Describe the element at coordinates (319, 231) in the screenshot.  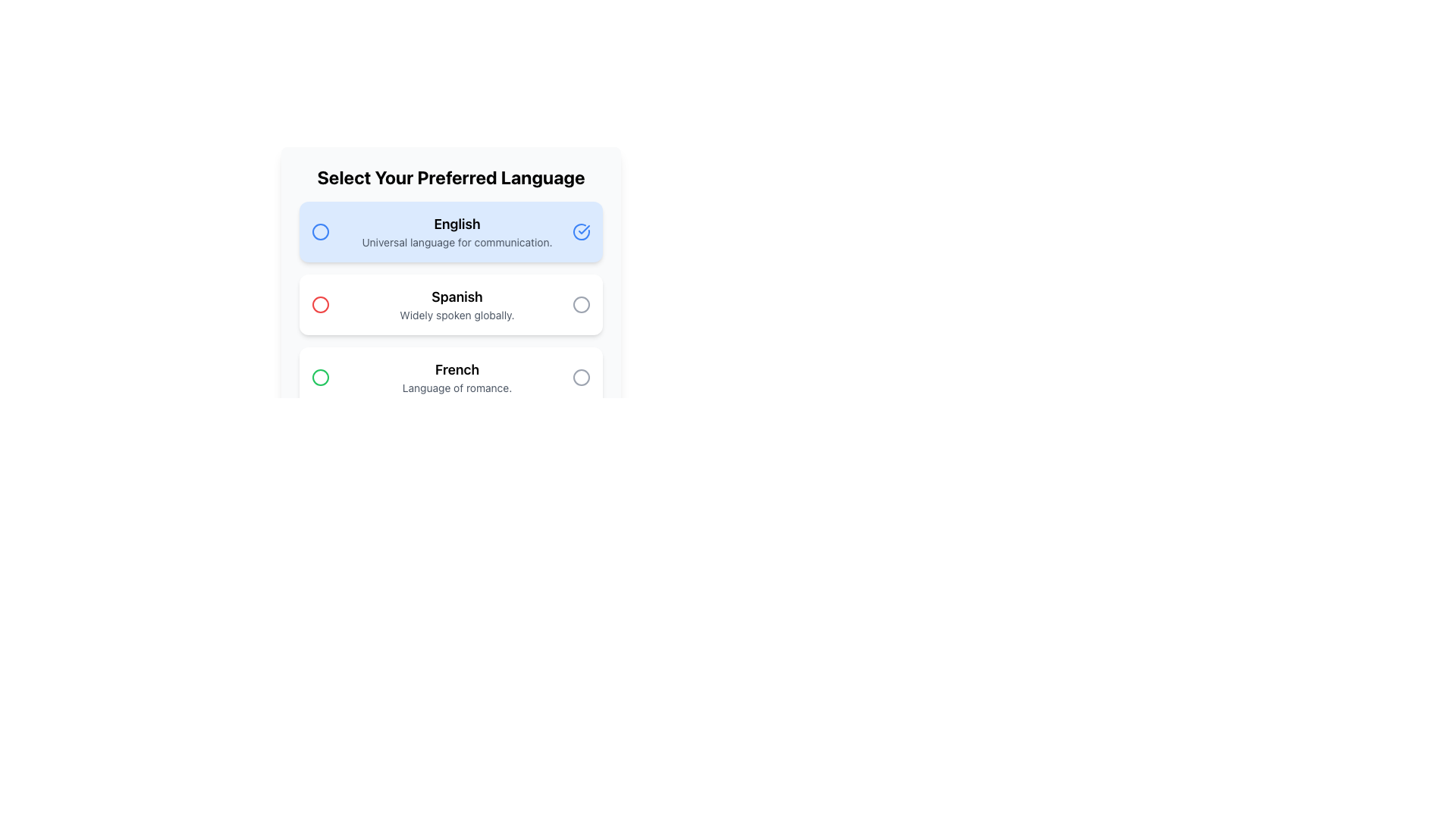
I see `the radio button for selecting the language option 'English'` at that location.